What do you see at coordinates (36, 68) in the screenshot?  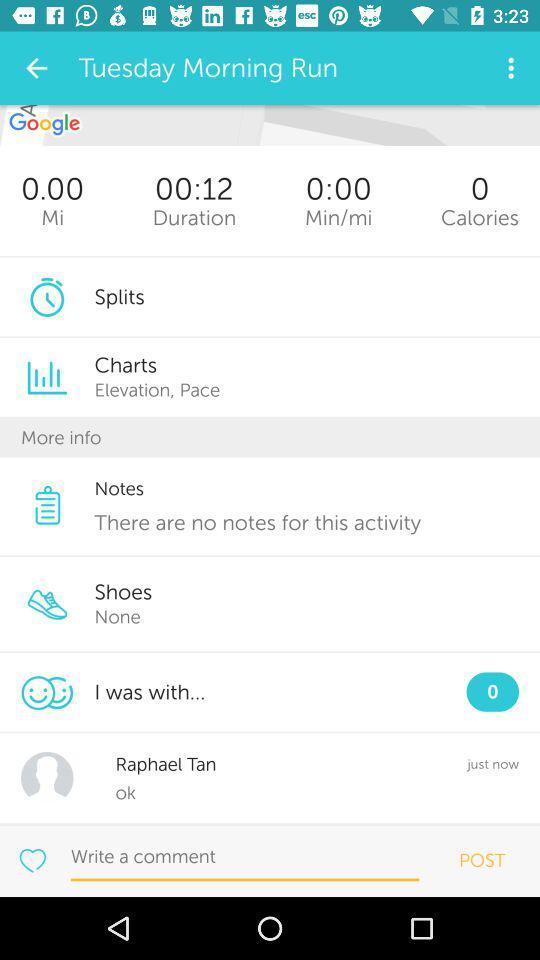 I see `item next to the tuesday morning run item` at bounding box center [36, 68].